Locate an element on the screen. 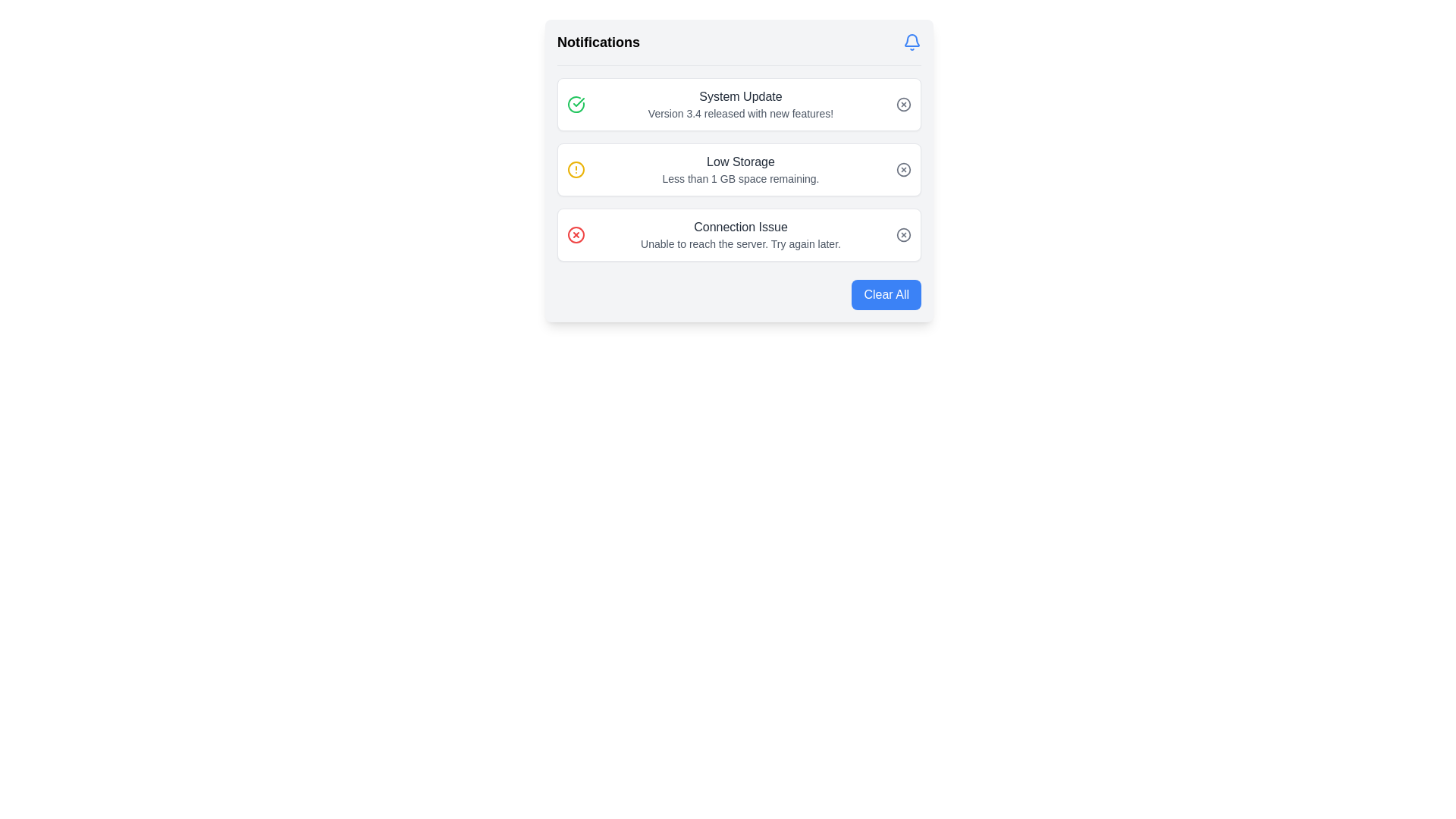 The height and width of the screenshot is (819, 1456). the Text Label that serves as a heading for the notifications section, located in the top-left area of the notification card interface is located at coordinates (598, 42).